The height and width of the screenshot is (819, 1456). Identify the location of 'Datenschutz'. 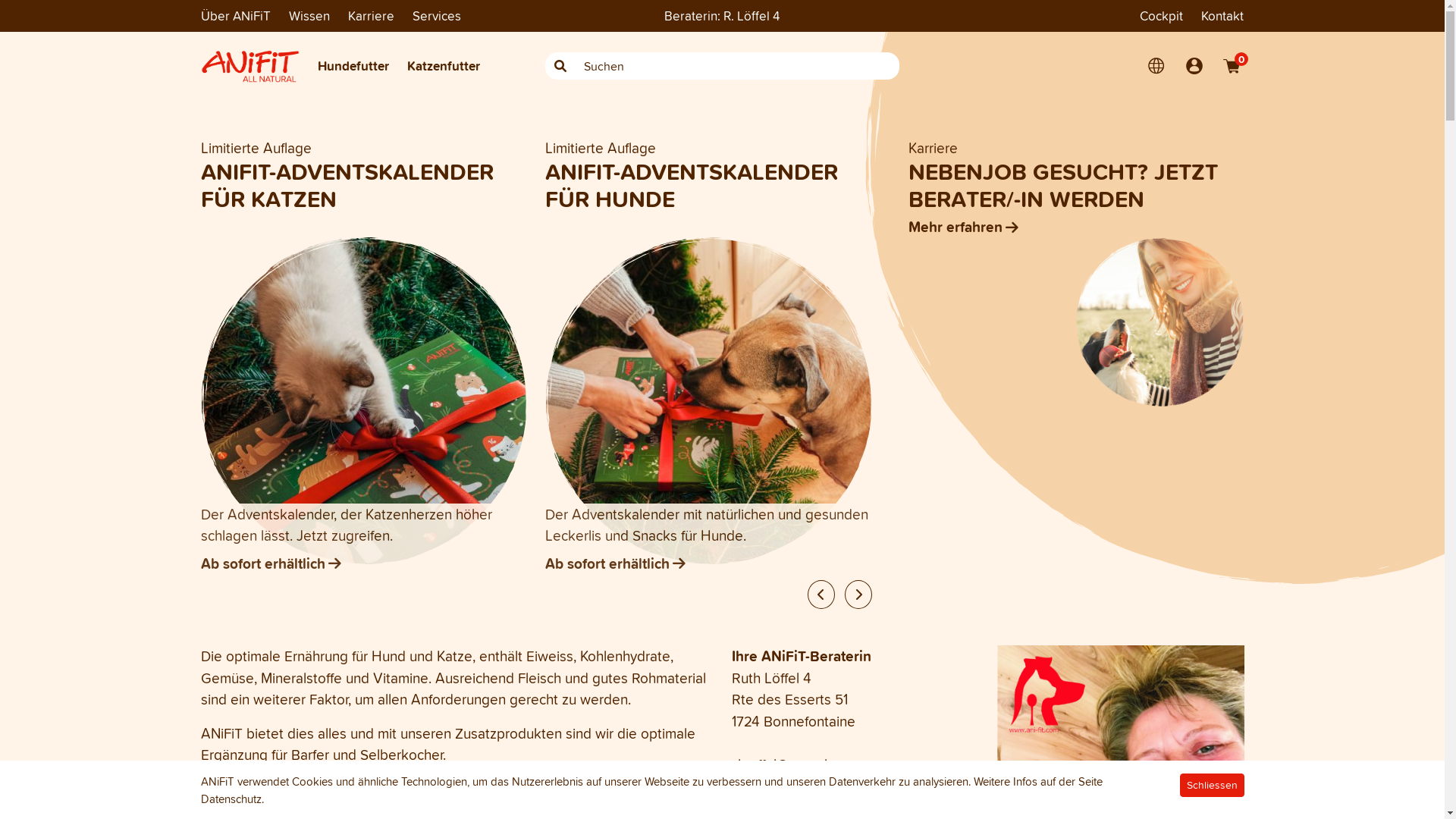
(229, 798).